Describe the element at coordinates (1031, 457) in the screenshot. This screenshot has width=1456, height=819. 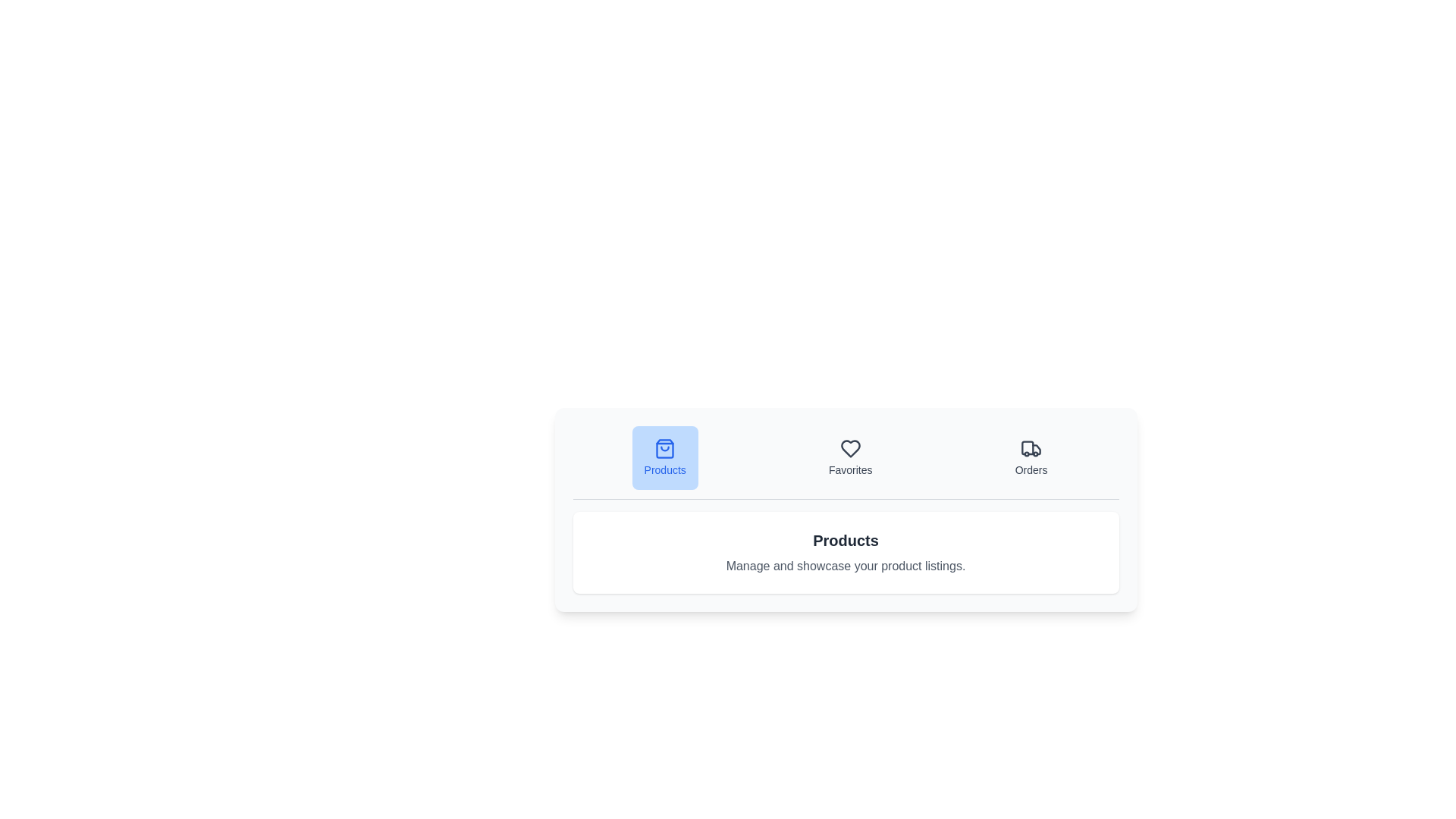
I see `the tab labeled Orders` at that location.